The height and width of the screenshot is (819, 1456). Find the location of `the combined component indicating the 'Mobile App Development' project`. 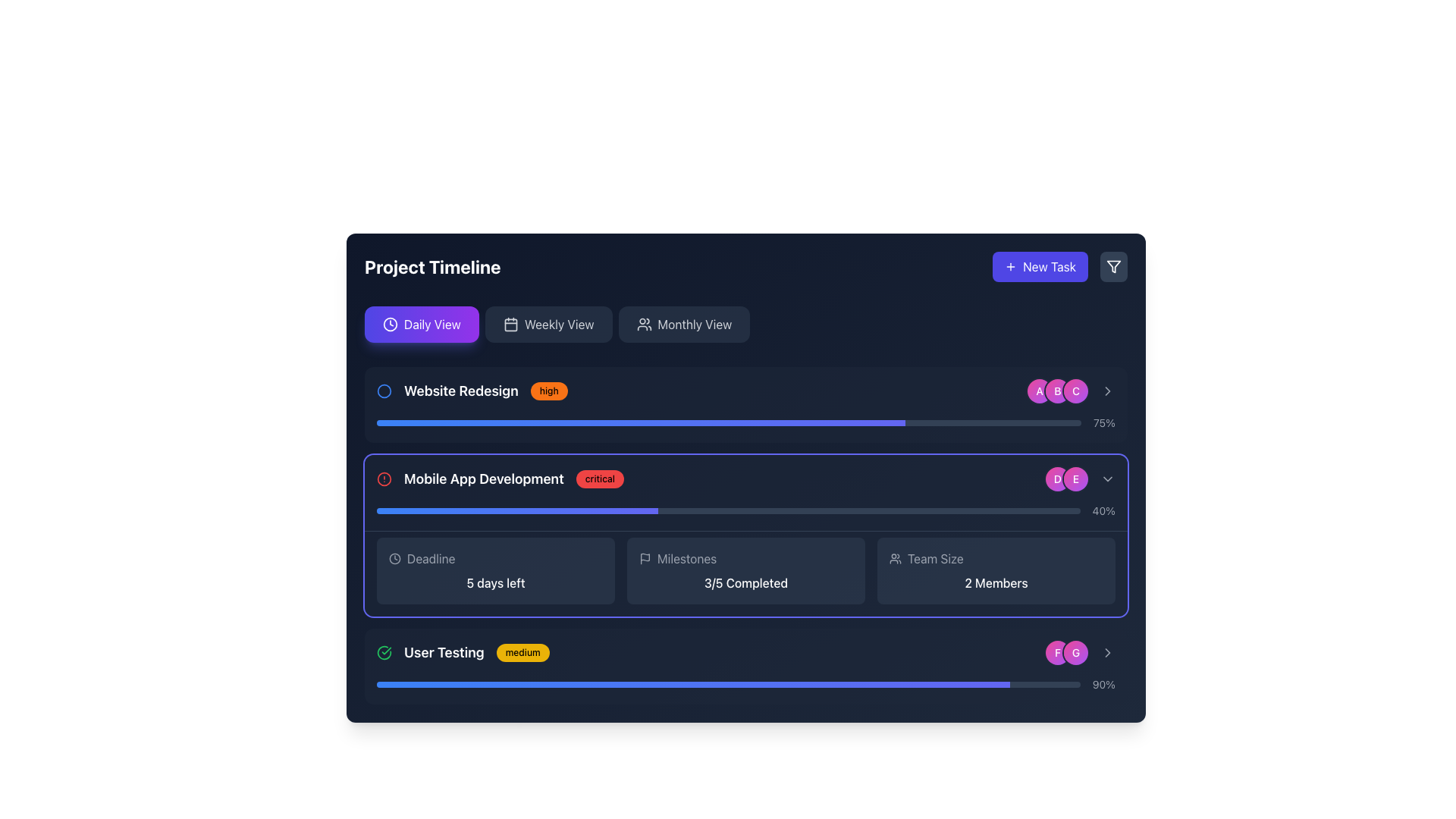

the combined component indicating the 'Mobile App Development' project is located at coordinates (500, 479).